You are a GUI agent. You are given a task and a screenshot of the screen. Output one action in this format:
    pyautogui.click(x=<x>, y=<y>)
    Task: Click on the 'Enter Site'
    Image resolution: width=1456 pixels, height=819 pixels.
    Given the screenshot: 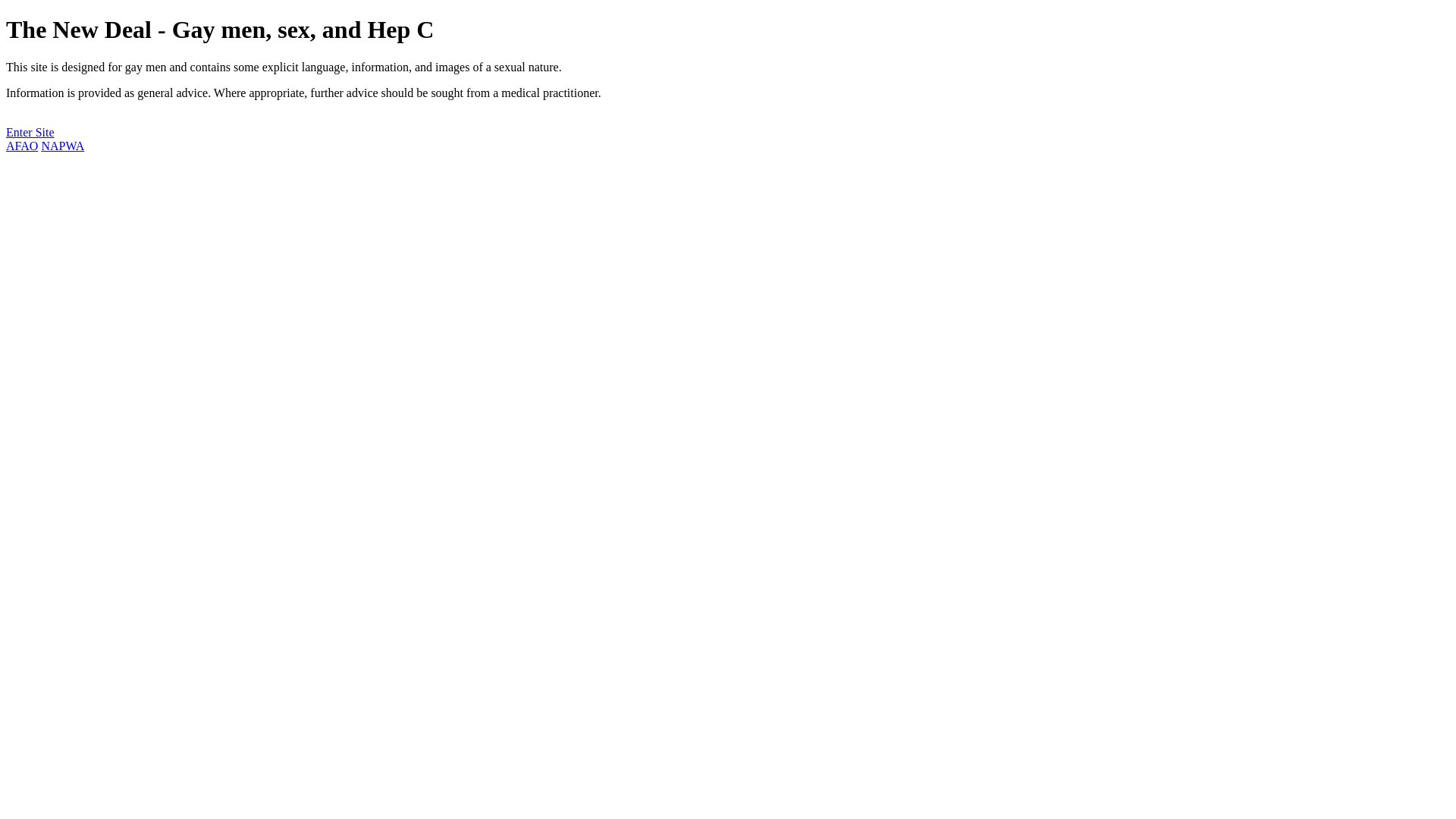 What is the action you would take?
    pyautogui.click(x=30, y=131)
    